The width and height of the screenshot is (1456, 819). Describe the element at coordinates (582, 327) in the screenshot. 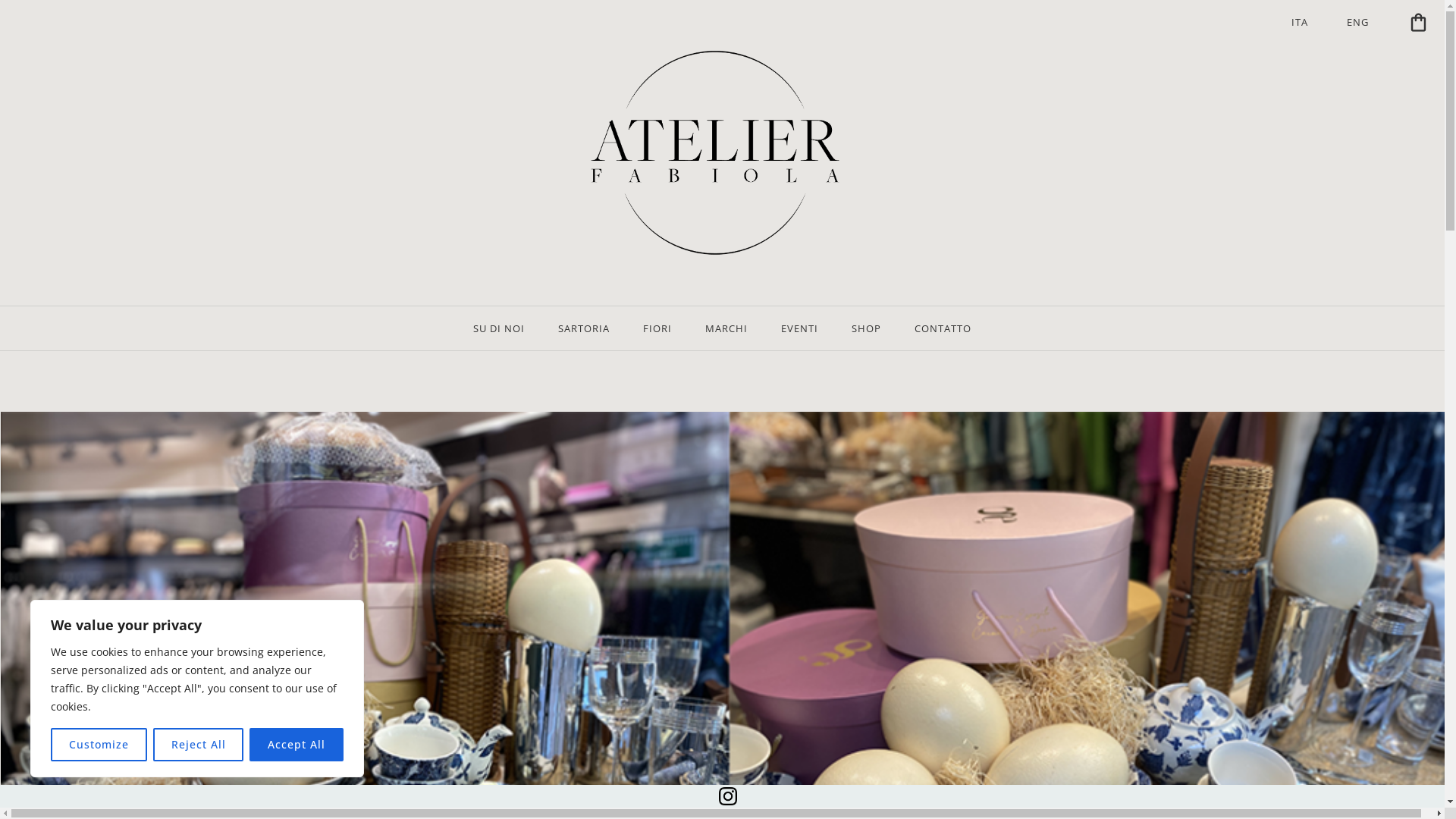

I see `'SARTORIA'` at that location.